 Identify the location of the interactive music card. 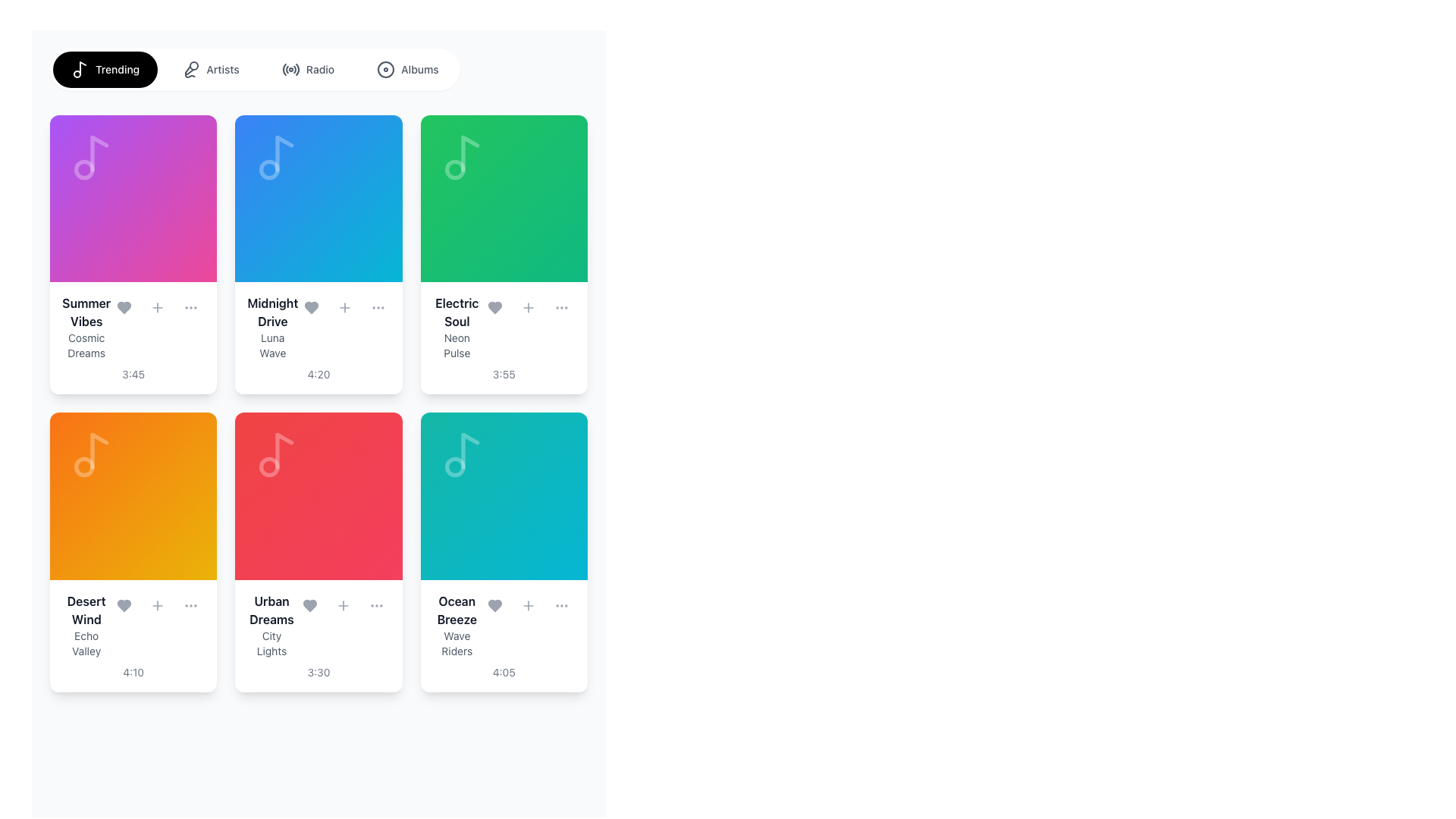
(504, 552).